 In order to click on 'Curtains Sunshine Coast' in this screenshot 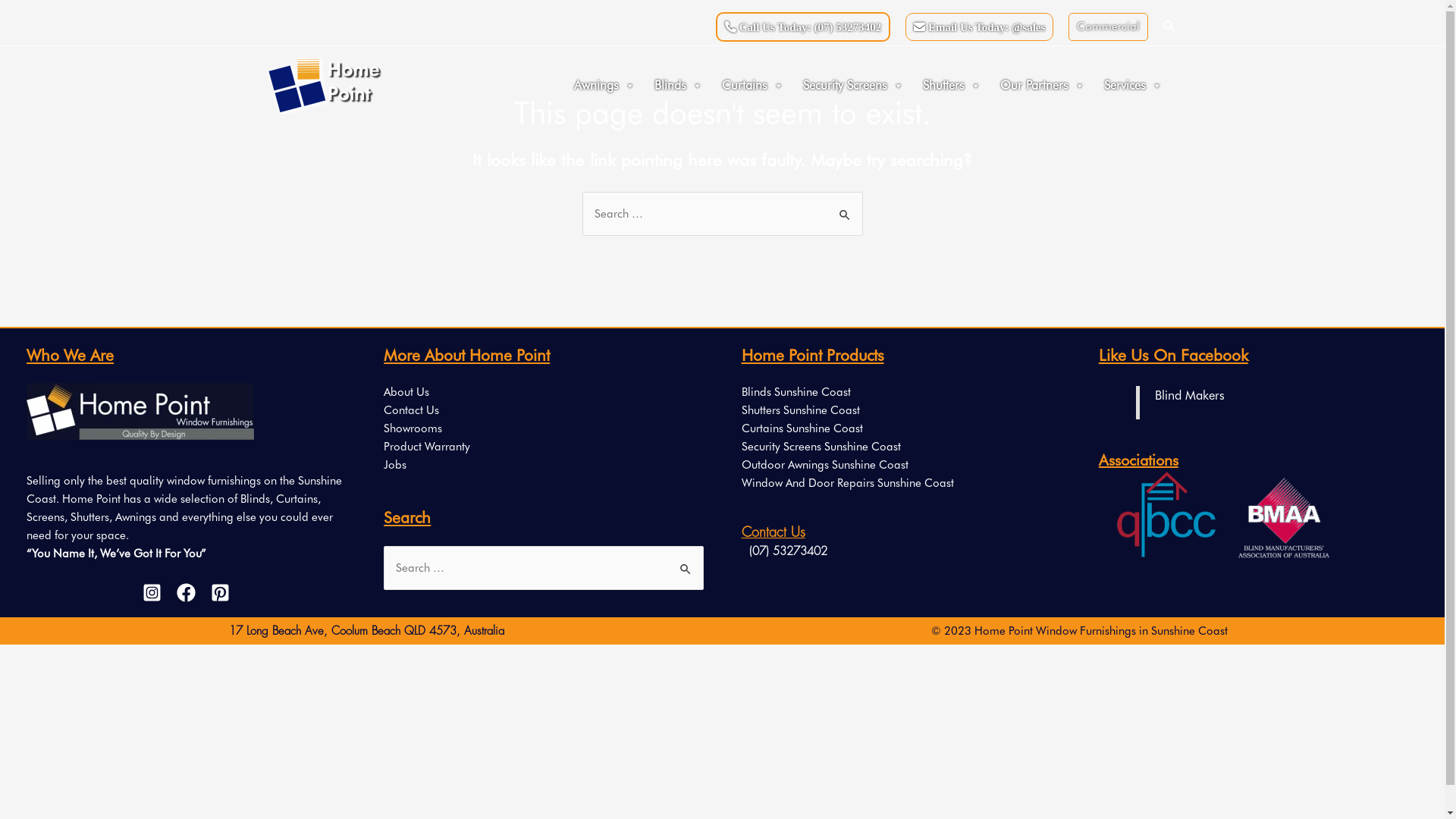, I will do `click(801, 428)`.